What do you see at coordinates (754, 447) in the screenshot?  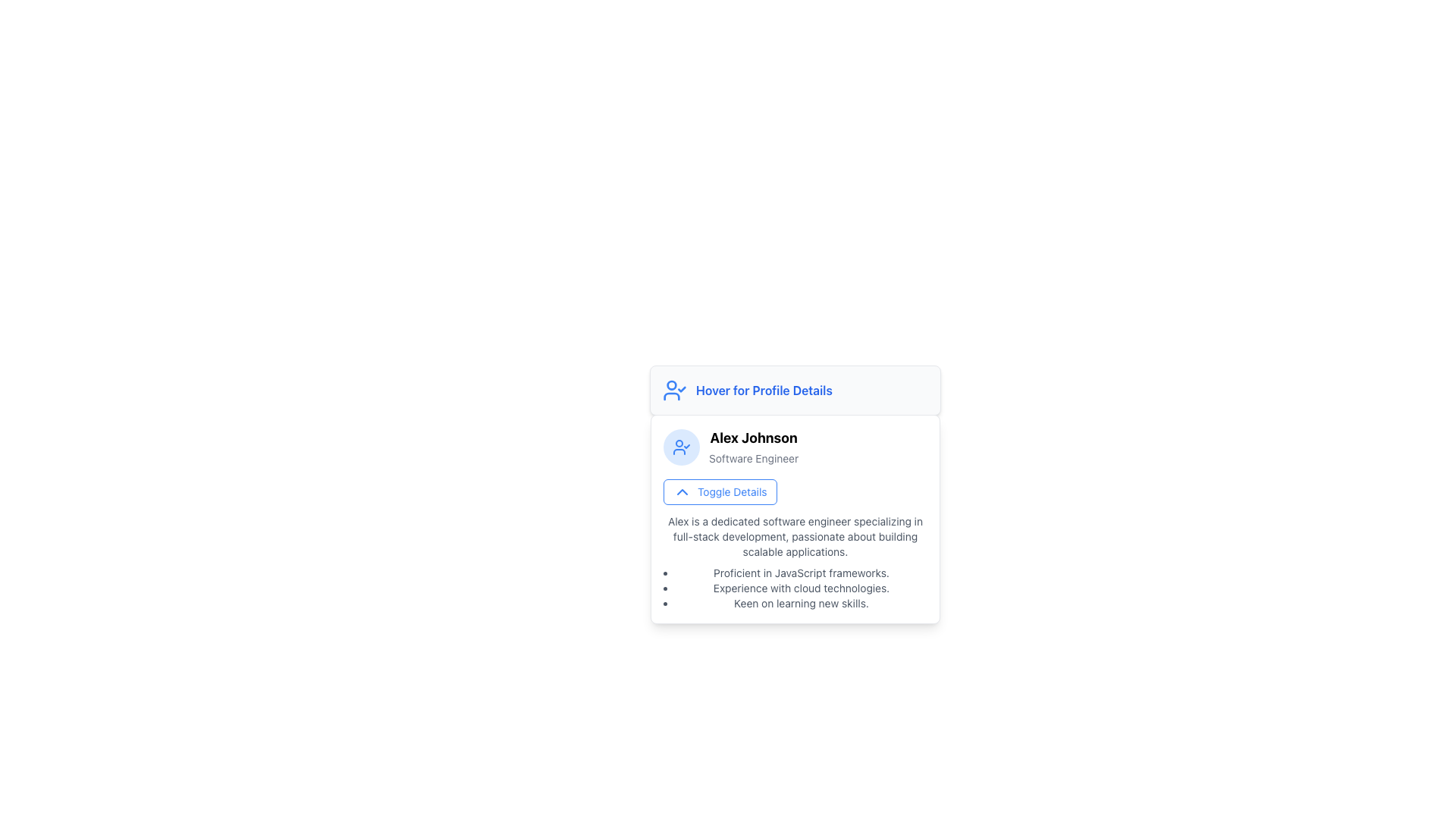 I see `text from the Text Block displaying 'Alex Johnson' and 'Software Engineer', which is located beneath the title 'Hover for Profile Details'` at bounding box center [754, 447].